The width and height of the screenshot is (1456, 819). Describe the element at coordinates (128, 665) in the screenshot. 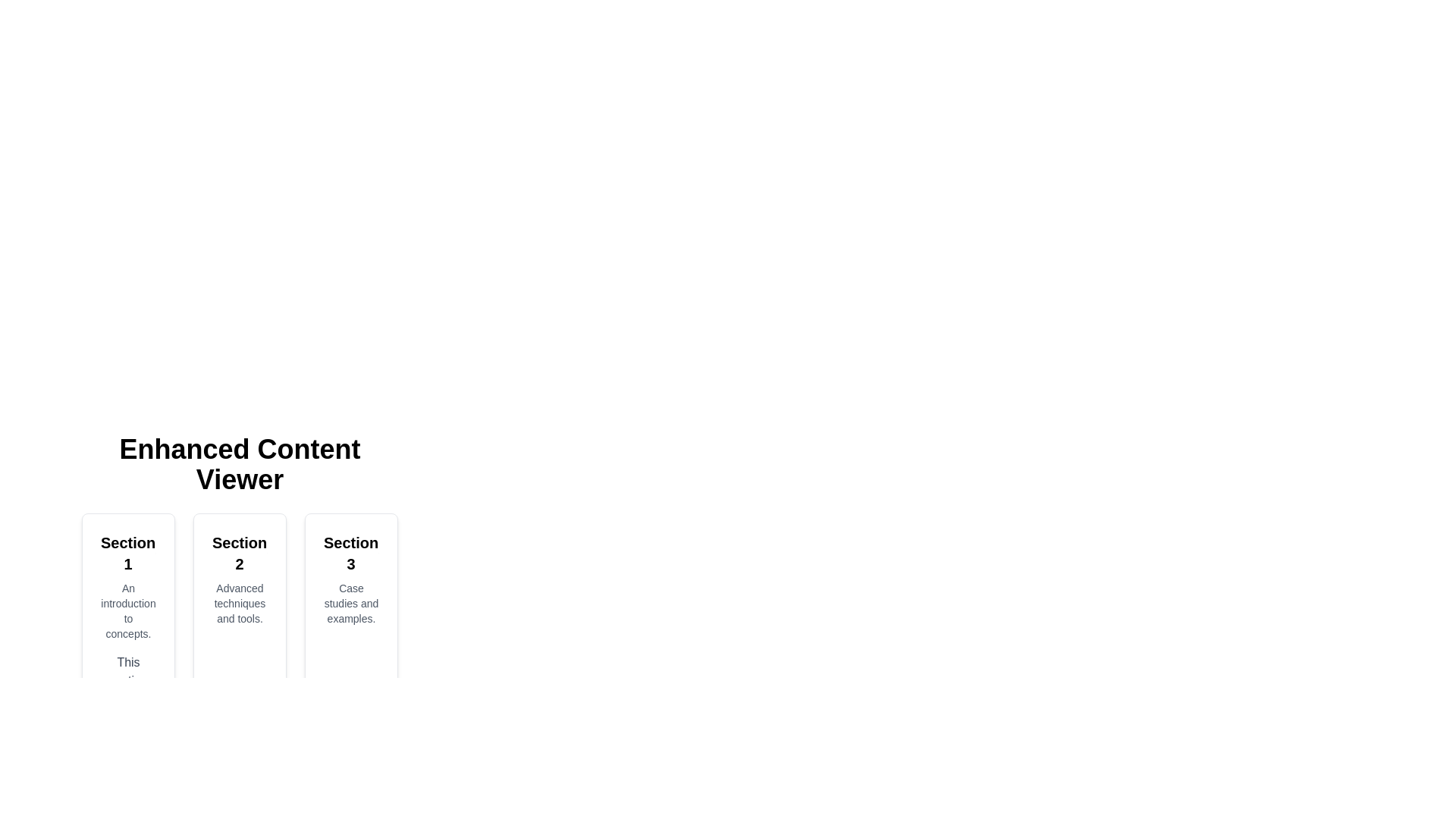

I see `embedded elements within the 'Section 1' overview card, which features a title in bold and large font, a brief description, and a longer explanation, all presented in a vertically elongated card layout` at that location.